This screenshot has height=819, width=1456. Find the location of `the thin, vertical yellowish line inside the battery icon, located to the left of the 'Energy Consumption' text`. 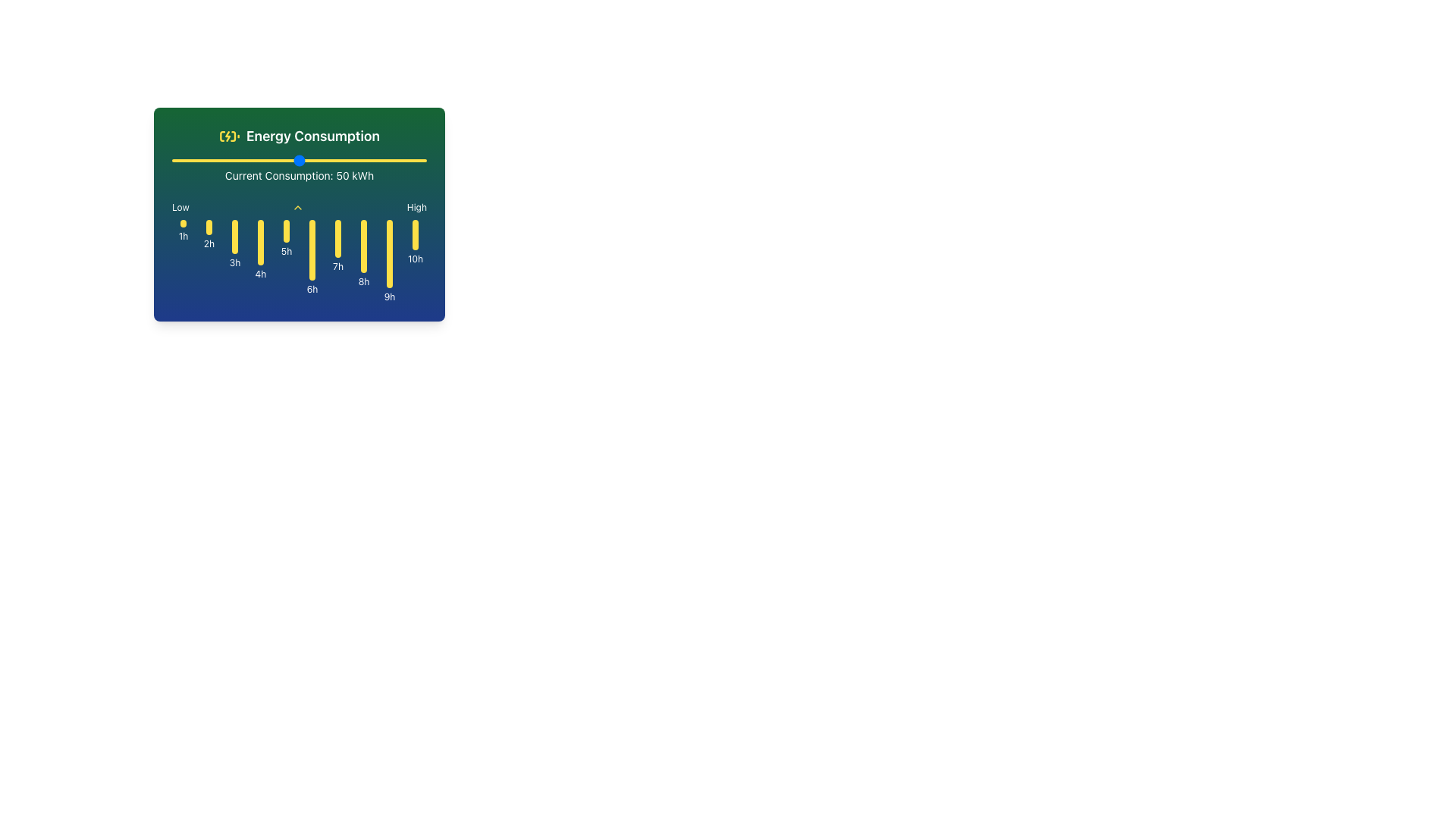

the thin, vertical yellowish line inside the battery icon, located to the left of the 'Energy Consumption' text is located at coordinates (221, 136).